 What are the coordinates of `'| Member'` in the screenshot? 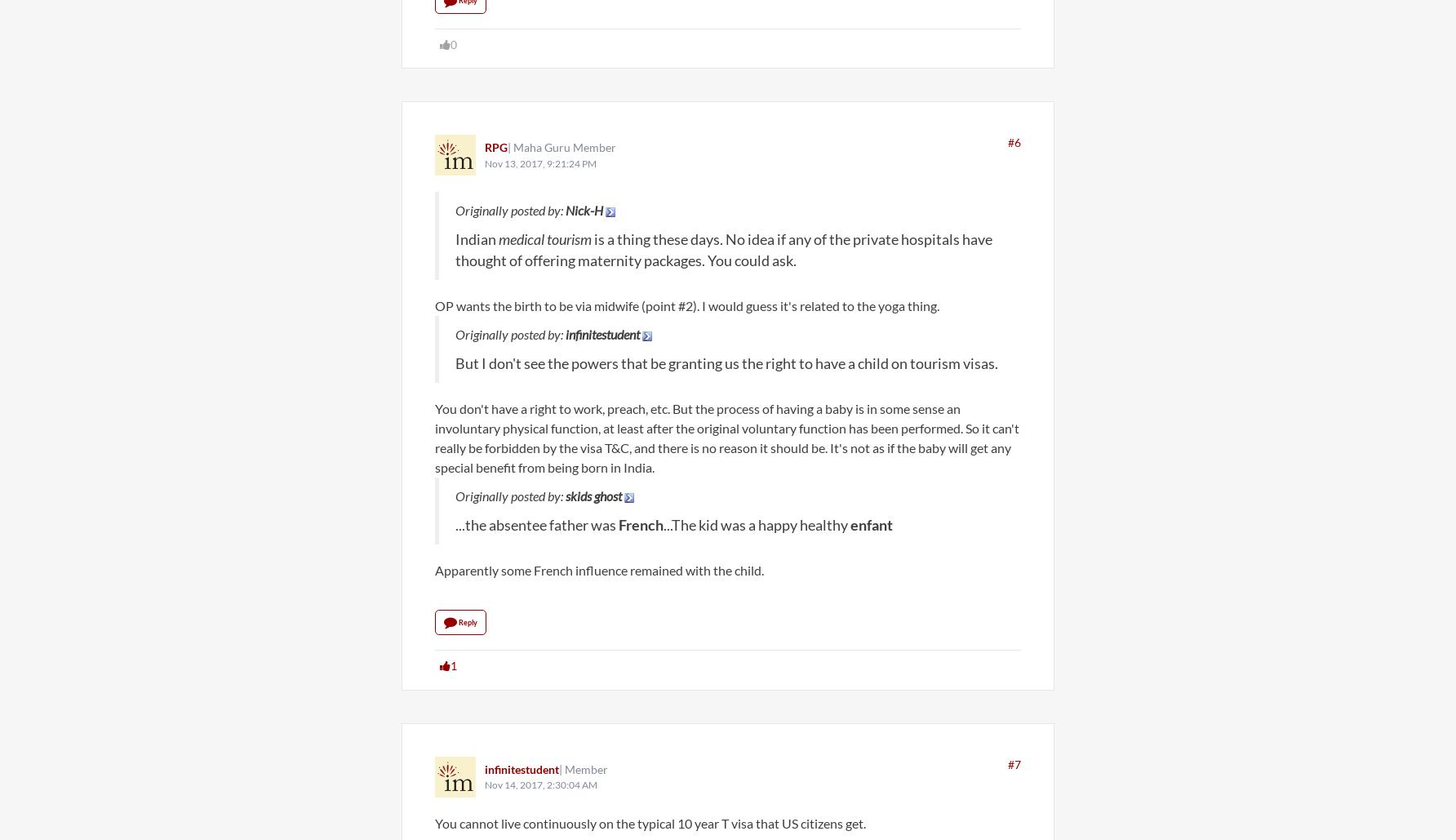 It's located at (584, 768).